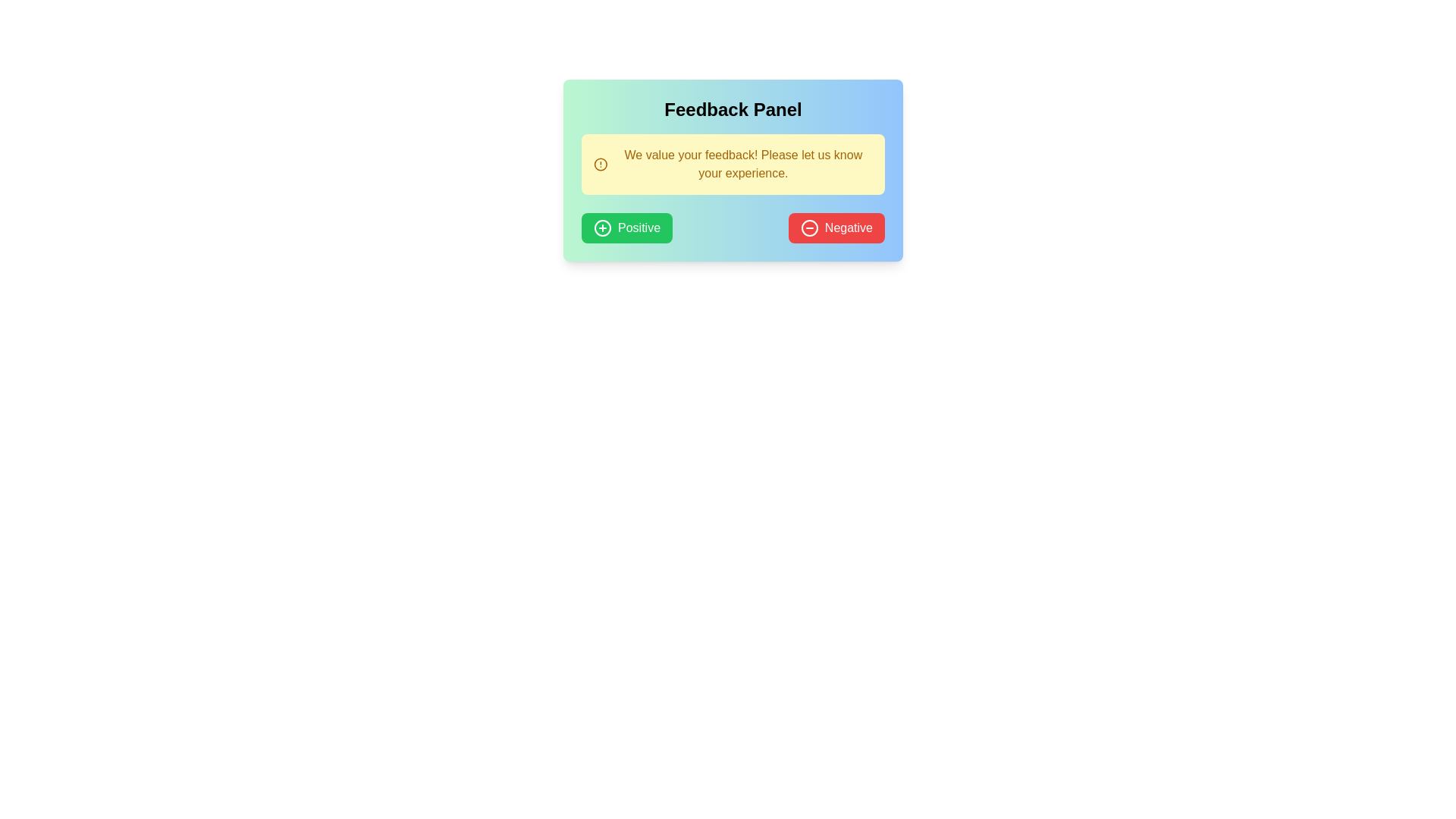  What do you see at coordinates (602, 227) in the screenshot?
I see `the icon located to the left of the 'Positive' text button in the options panel, which is inside a green button at the bottom-left corner of the feedback interface` at bounding box center [602, 227].